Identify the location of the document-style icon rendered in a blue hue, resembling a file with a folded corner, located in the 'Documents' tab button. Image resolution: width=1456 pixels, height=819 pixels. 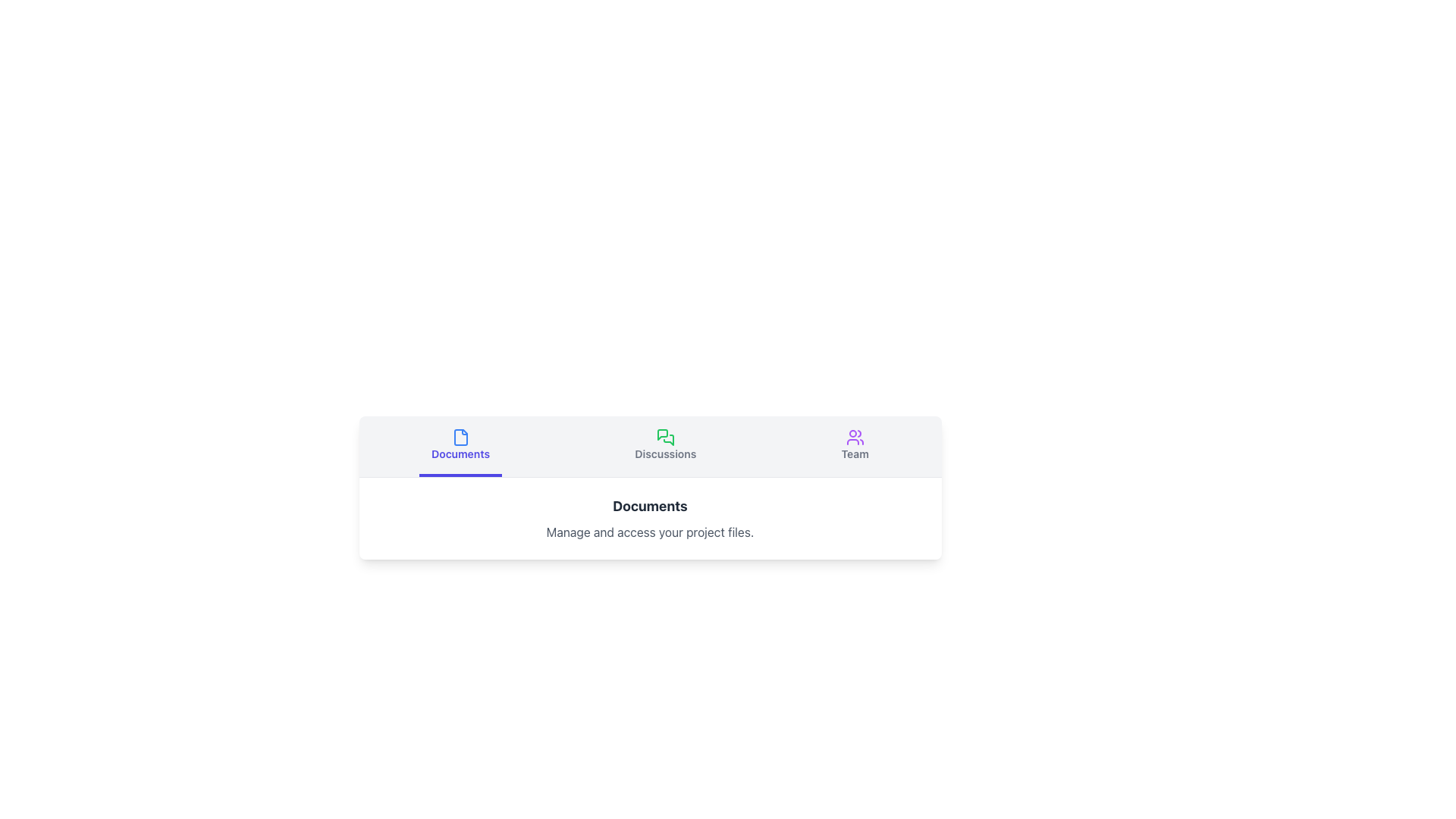
(460, 437).